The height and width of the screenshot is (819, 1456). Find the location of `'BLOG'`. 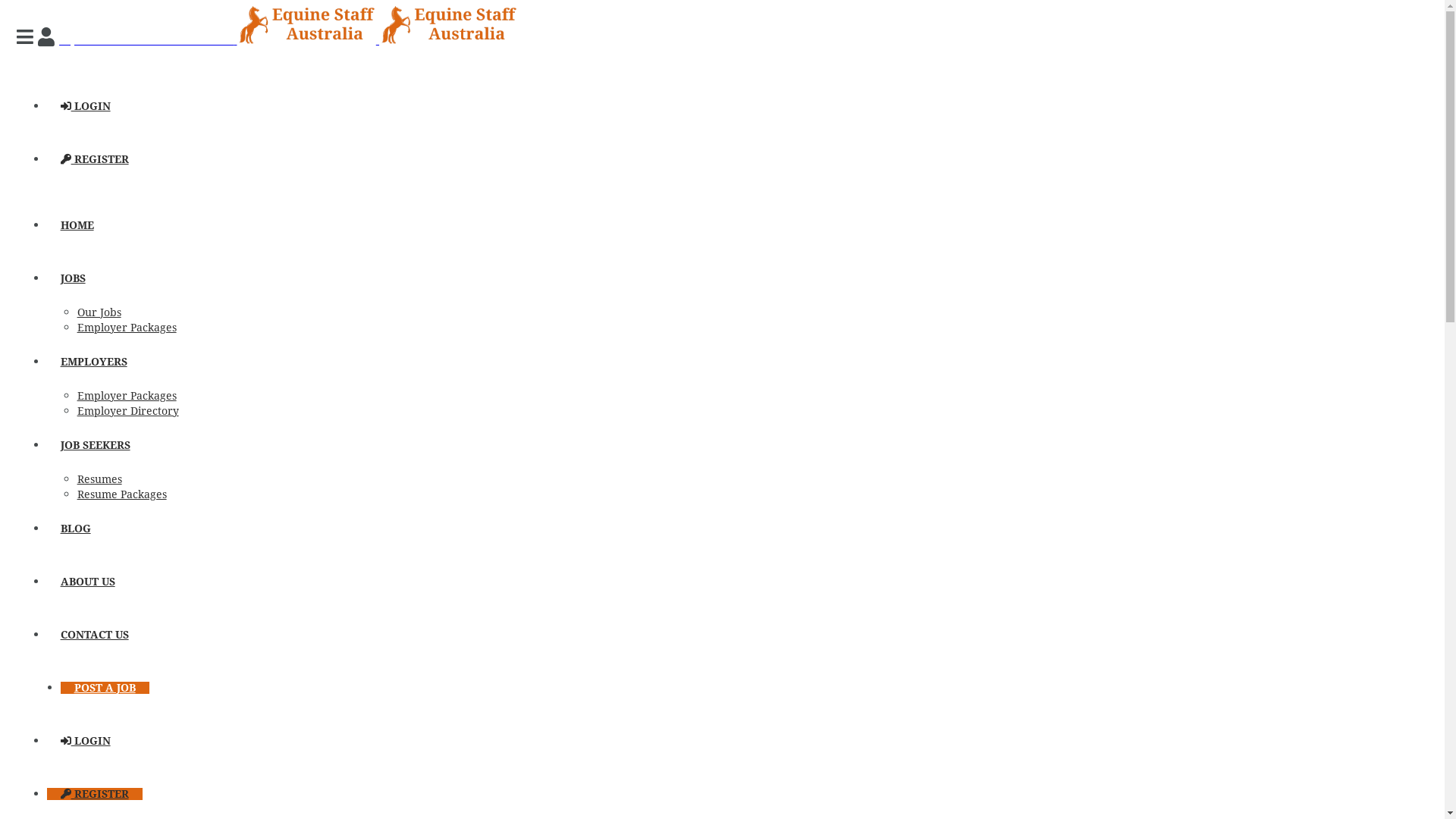

'BLOG' is located at coordinates (75, 528).